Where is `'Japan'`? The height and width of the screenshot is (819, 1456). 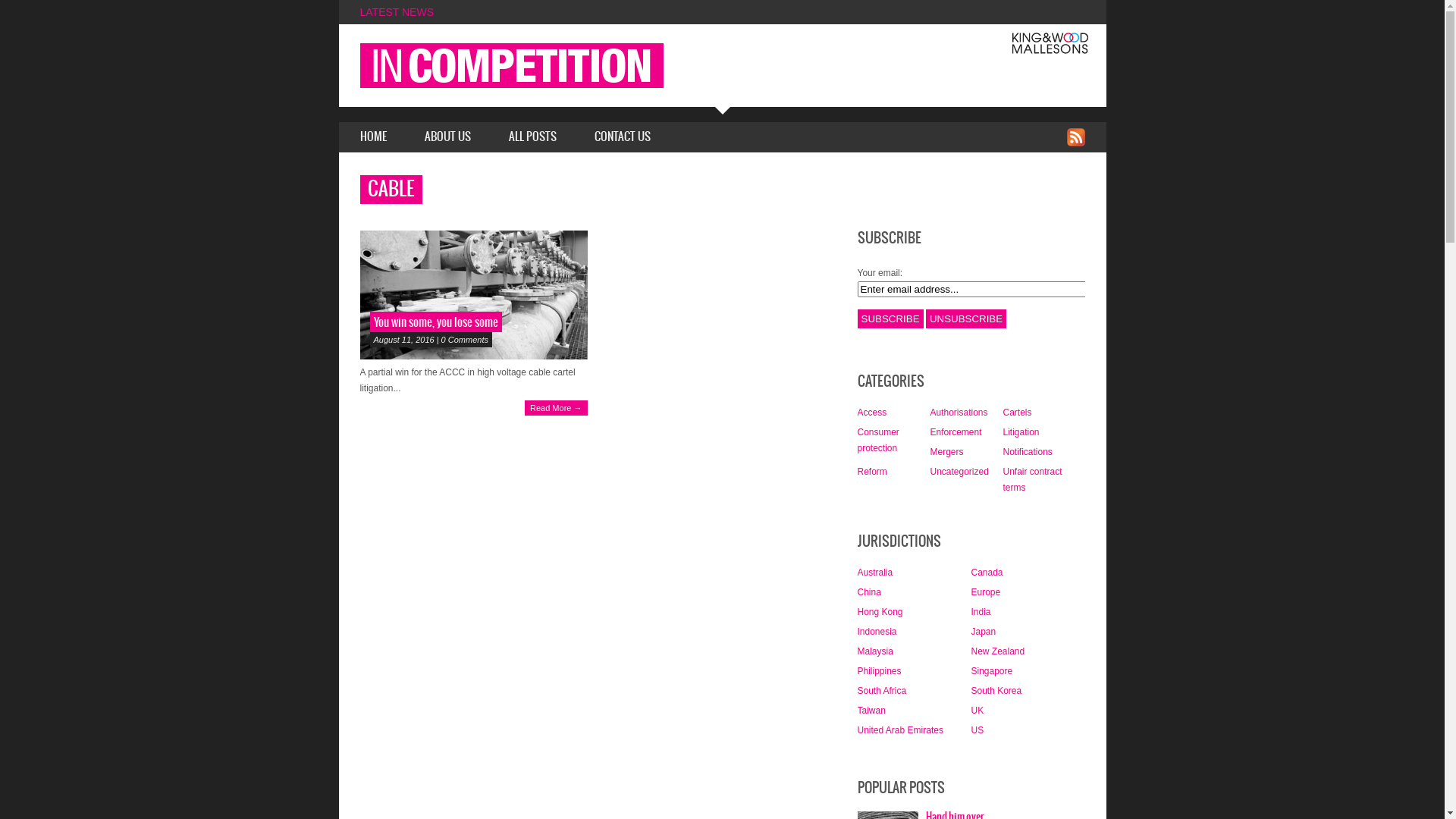 'Japan' is located at coordinates (983, 632).